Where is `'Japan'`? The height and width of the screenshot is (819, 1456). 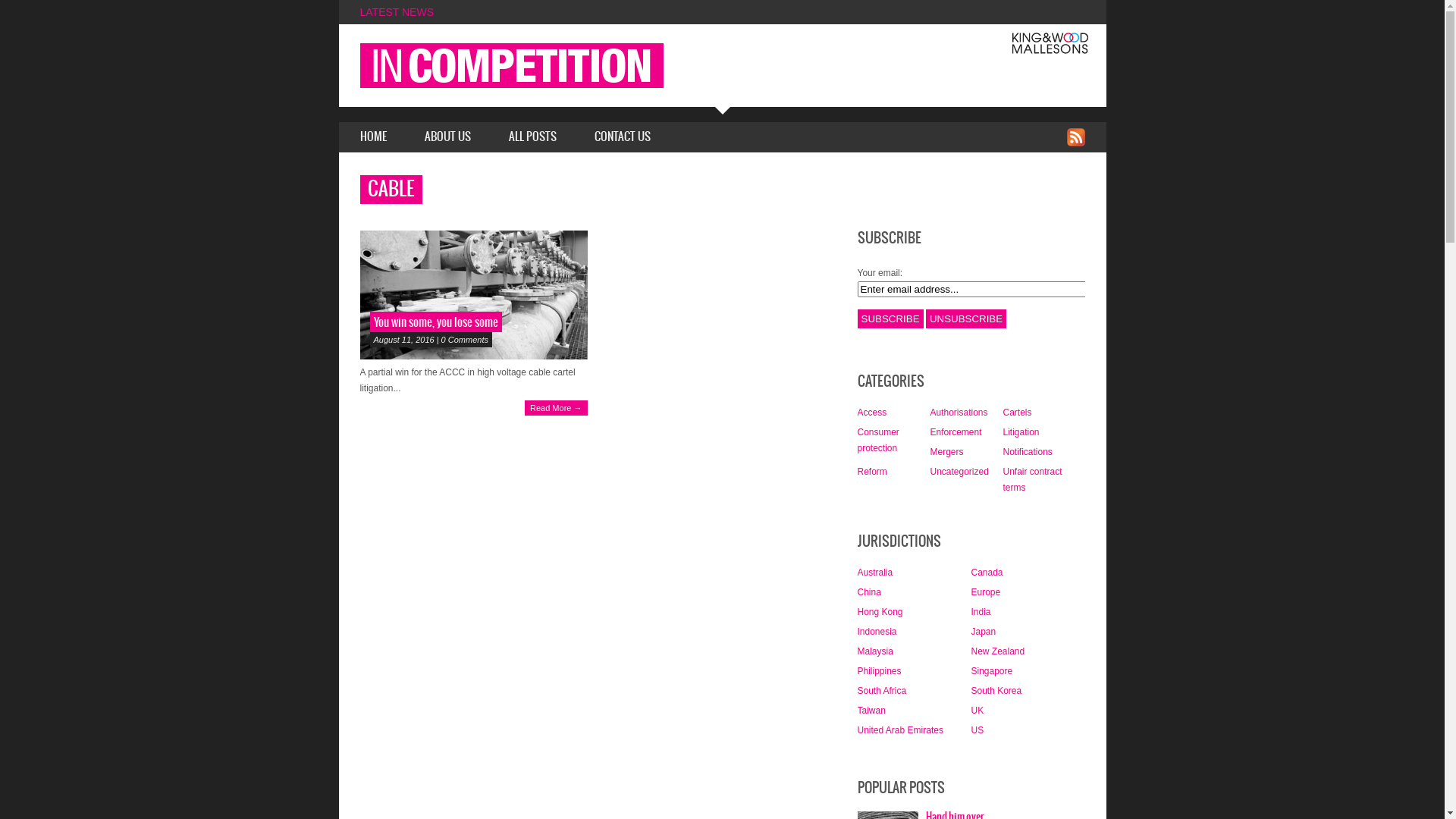 'Japan' is located at coordinates (983, 632).